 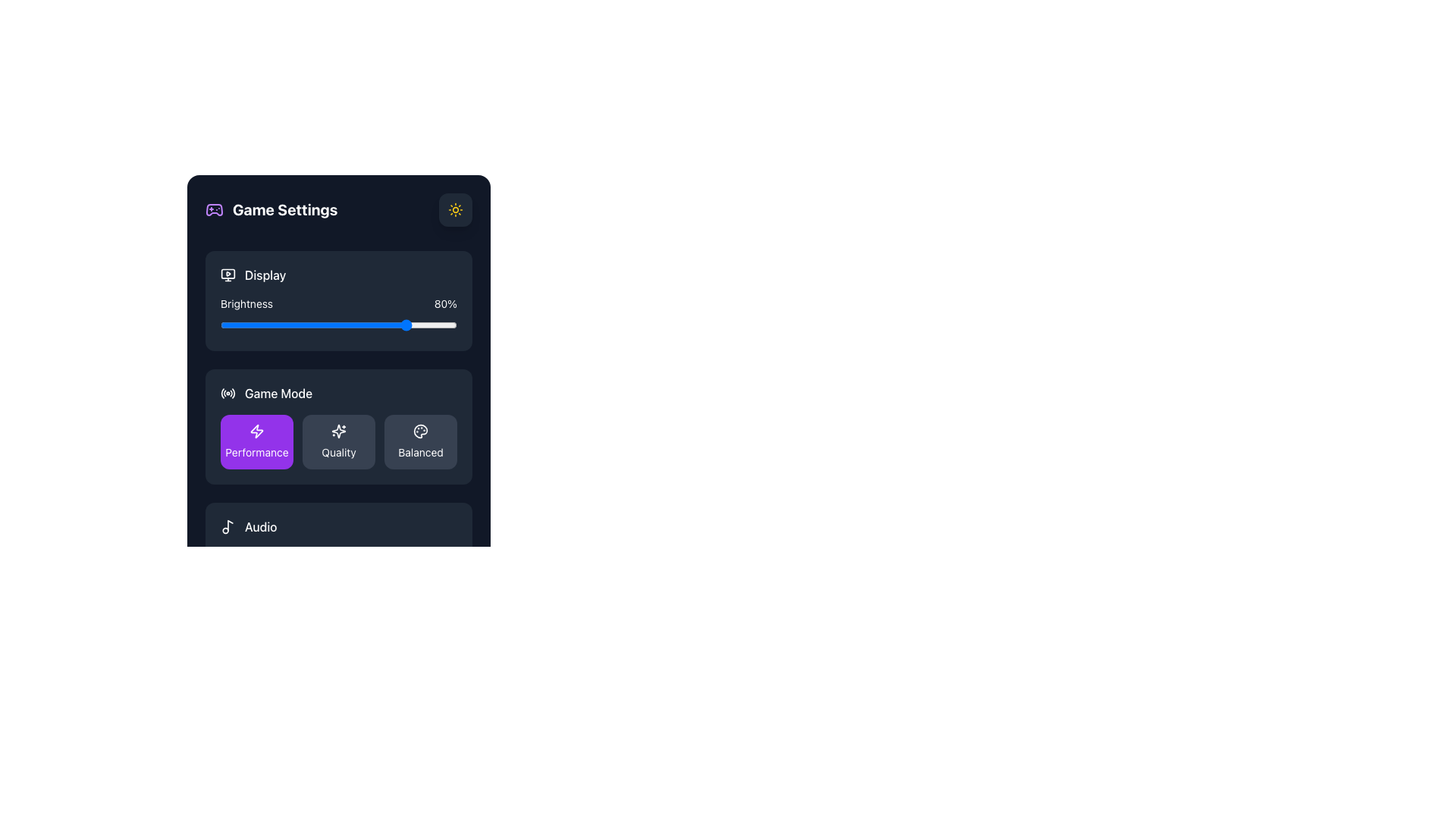 What do you see at coordinates (454, 210) in the screenshot?
I see `the sun icon in the top-right corner of the panel header` at bounding box center [454, 210].